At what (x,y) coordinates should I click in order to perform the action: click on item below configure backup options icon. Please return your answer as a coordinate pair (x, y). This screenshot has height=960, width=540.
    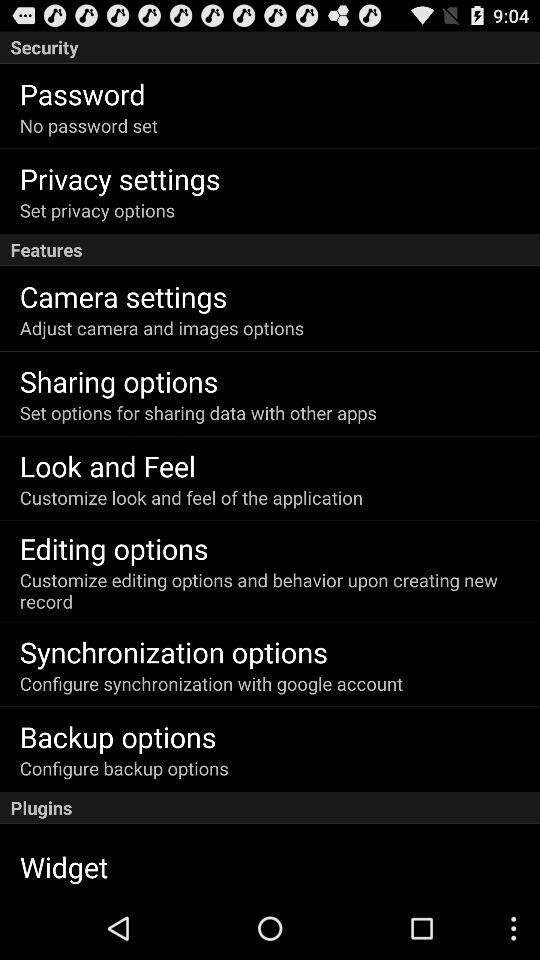
    Looking at the image, I should click on (270, 808).